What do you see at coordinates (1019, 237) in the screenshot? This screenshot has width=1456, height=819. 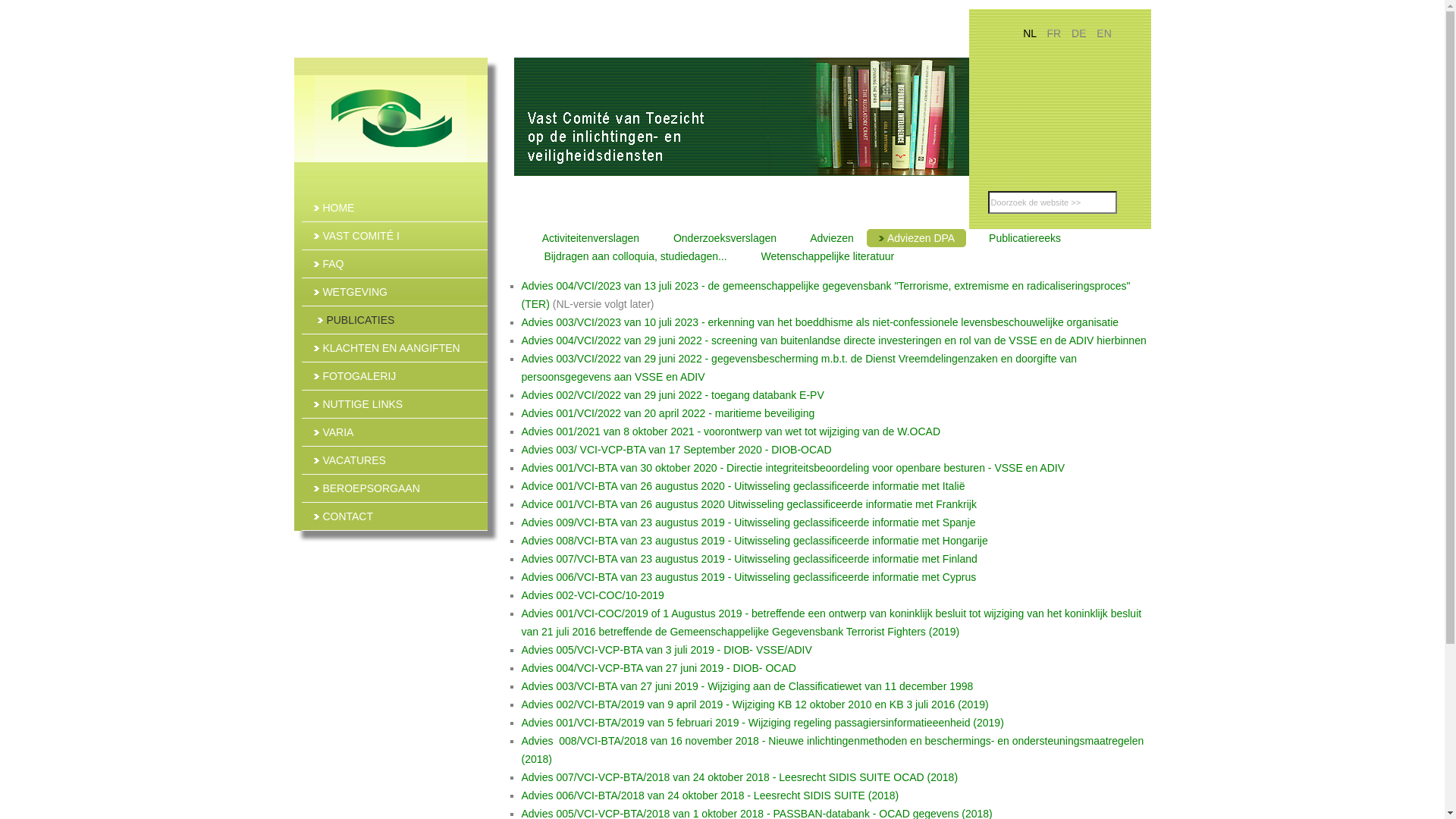 I see `'Publicatiereeks'` at bounding box center [1019, 237].